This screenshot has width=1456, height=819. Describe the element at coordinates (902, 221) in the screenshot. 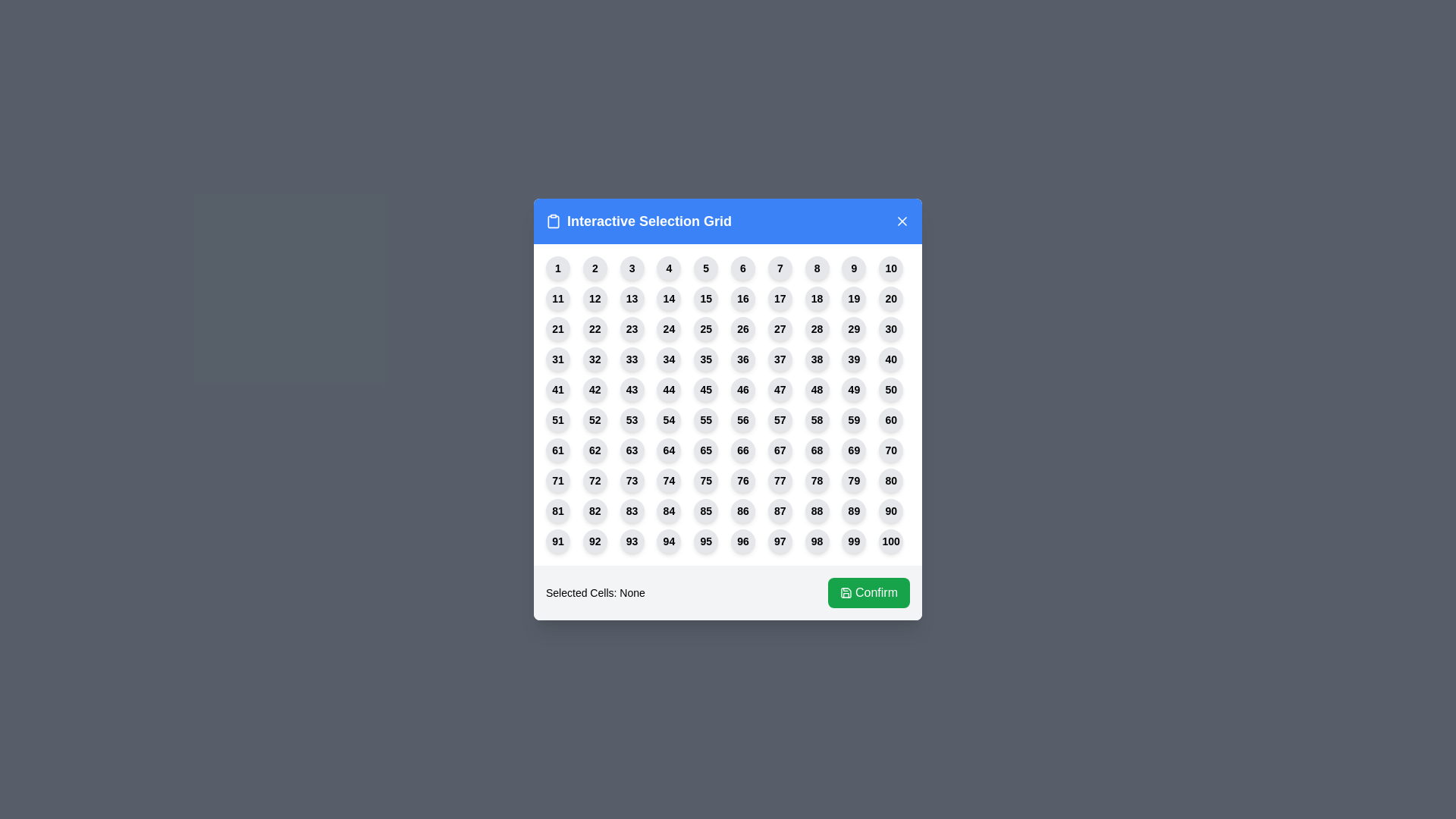

I see `the close button to close the dialog` at that location.